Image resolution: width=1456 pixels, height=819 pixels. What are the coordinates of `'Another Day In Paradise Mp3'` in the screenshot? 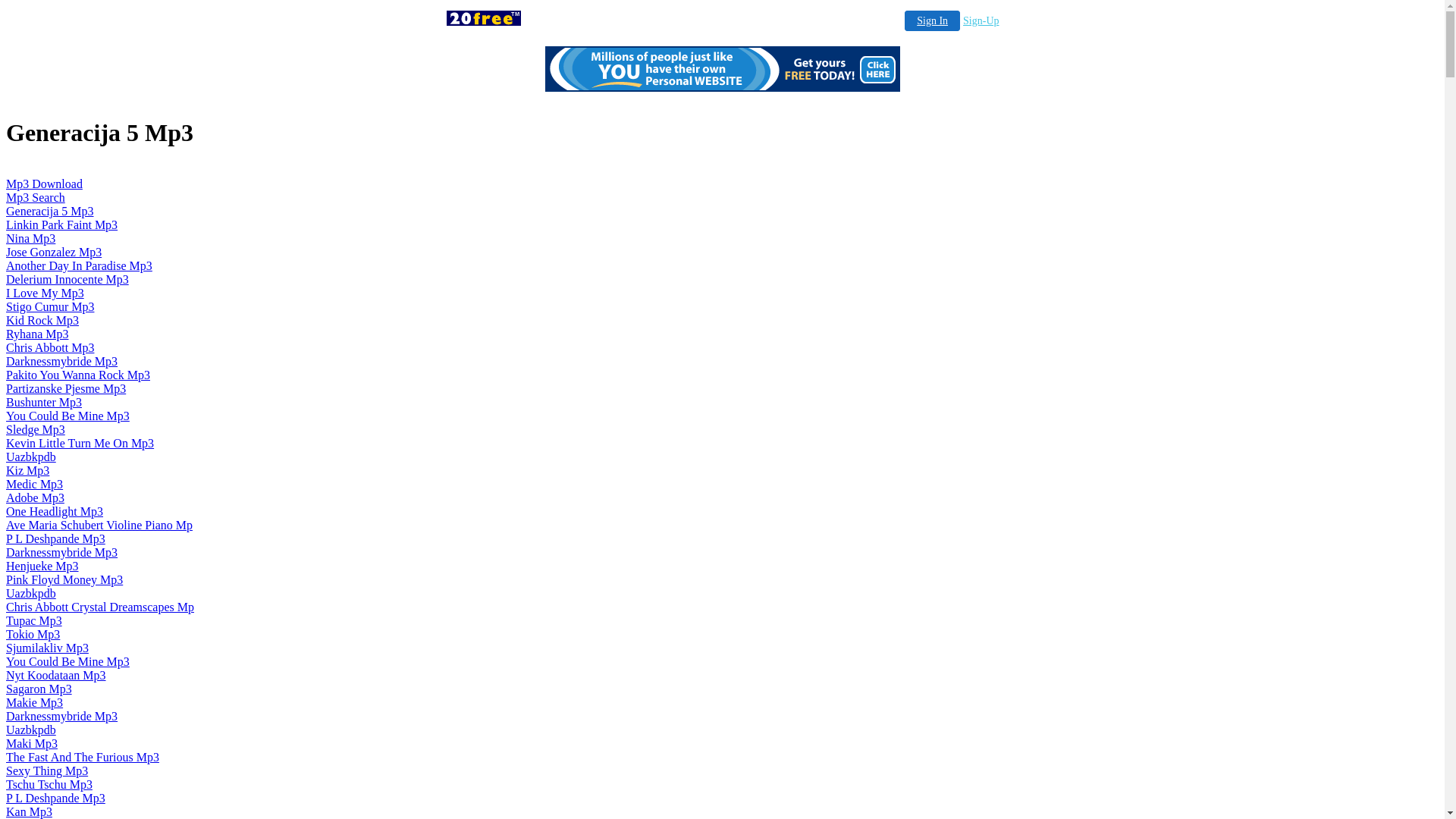 It's located at (78, 265).